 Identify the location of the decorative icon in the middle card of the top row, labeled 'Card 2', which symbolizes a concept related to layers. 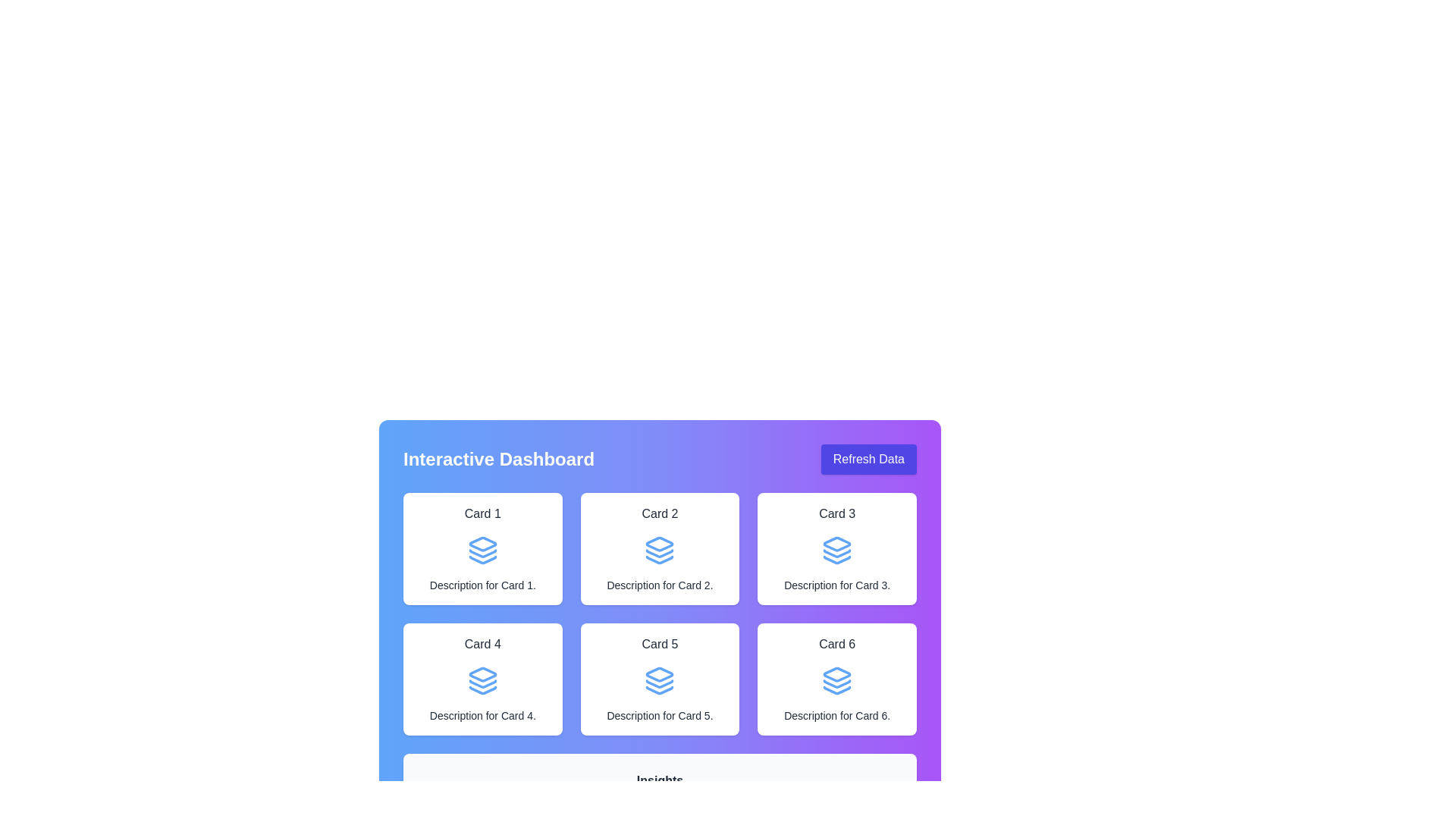
(660, 550).